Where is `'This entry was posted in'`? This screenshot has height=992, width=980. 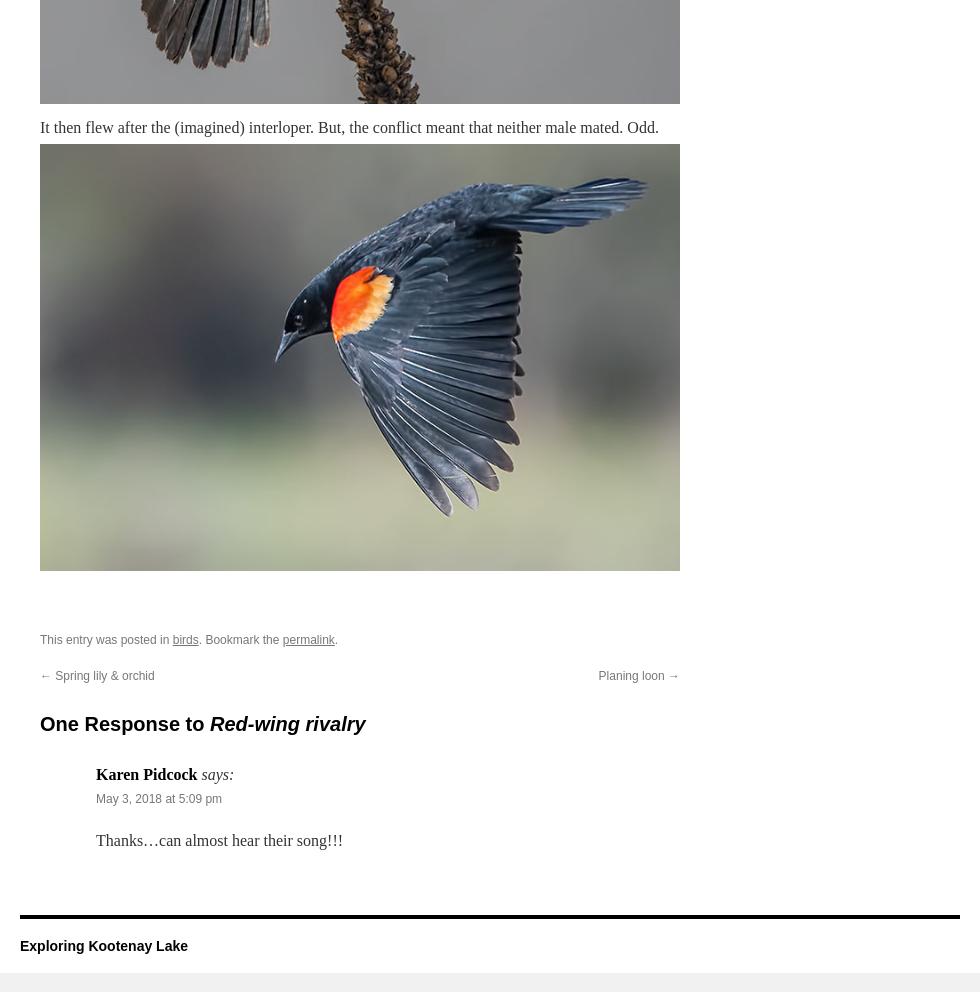
'This entry was posted in' is located at coordinates (106, 639).